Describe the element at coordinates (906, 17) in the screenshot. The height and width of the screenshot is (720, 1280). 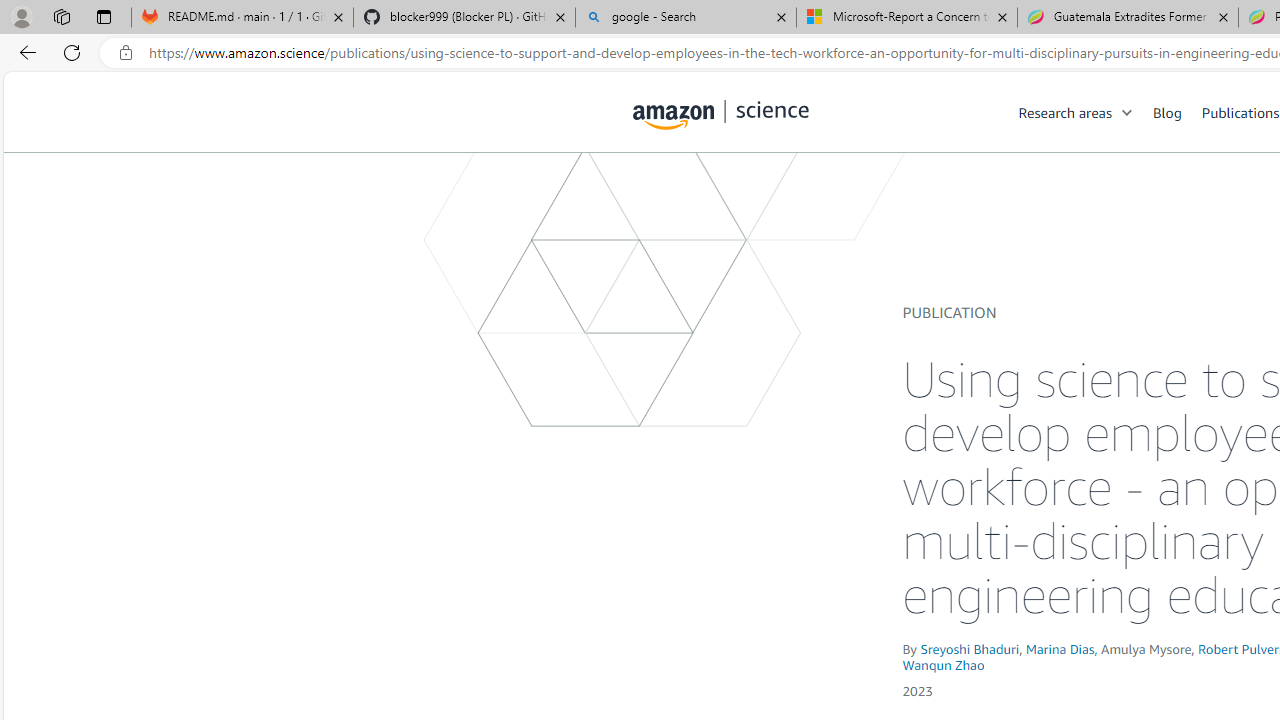
I see `'Microsoft-Report a Concern to Bing'` at that location.